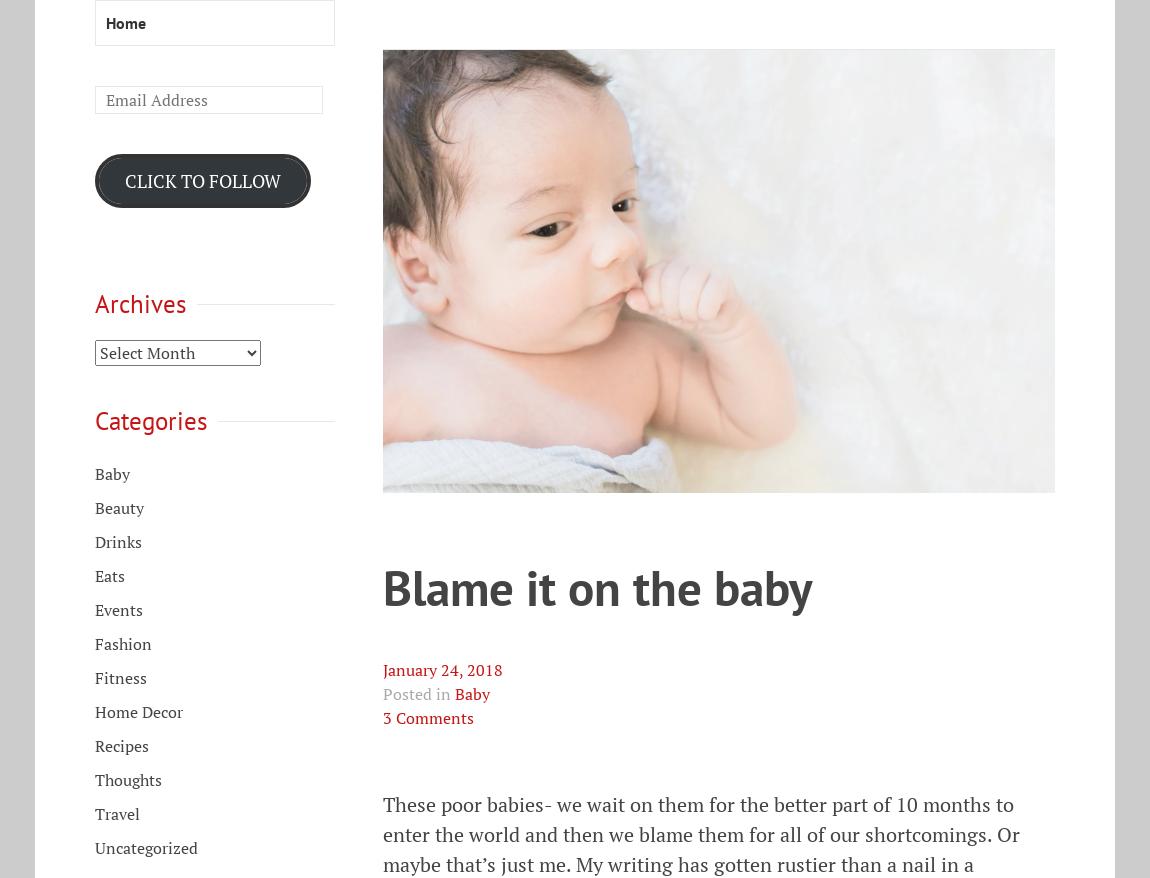  What do you see at coordinates (122, 643) in the screenshot?
I see `'Fashion'` at bounding box center [122, 643].